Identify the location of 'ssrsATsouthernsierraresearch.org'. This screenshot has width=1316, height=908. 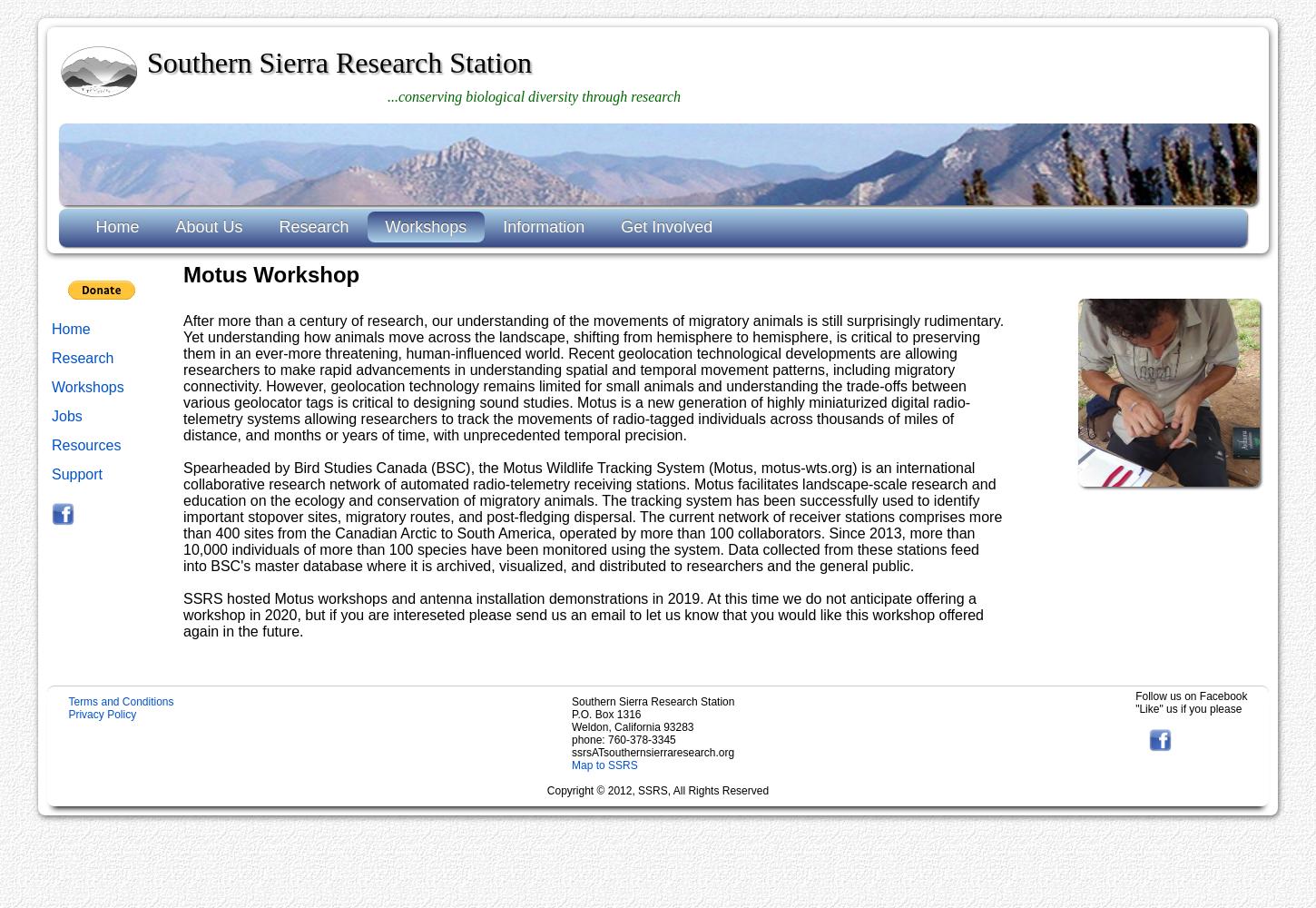
(652, 751).